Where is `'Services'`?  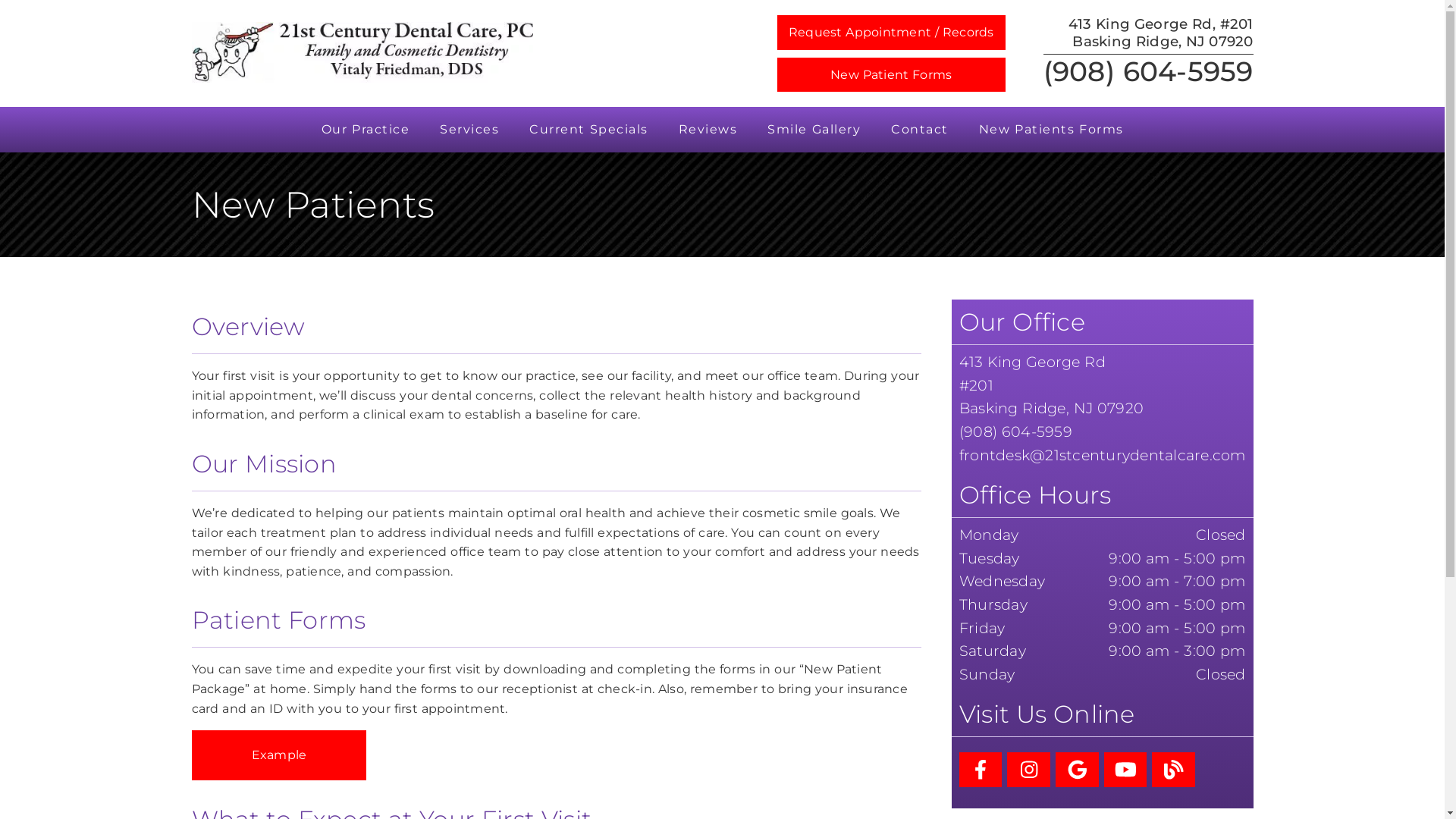 'Services' is located at coordinates (469, 128).